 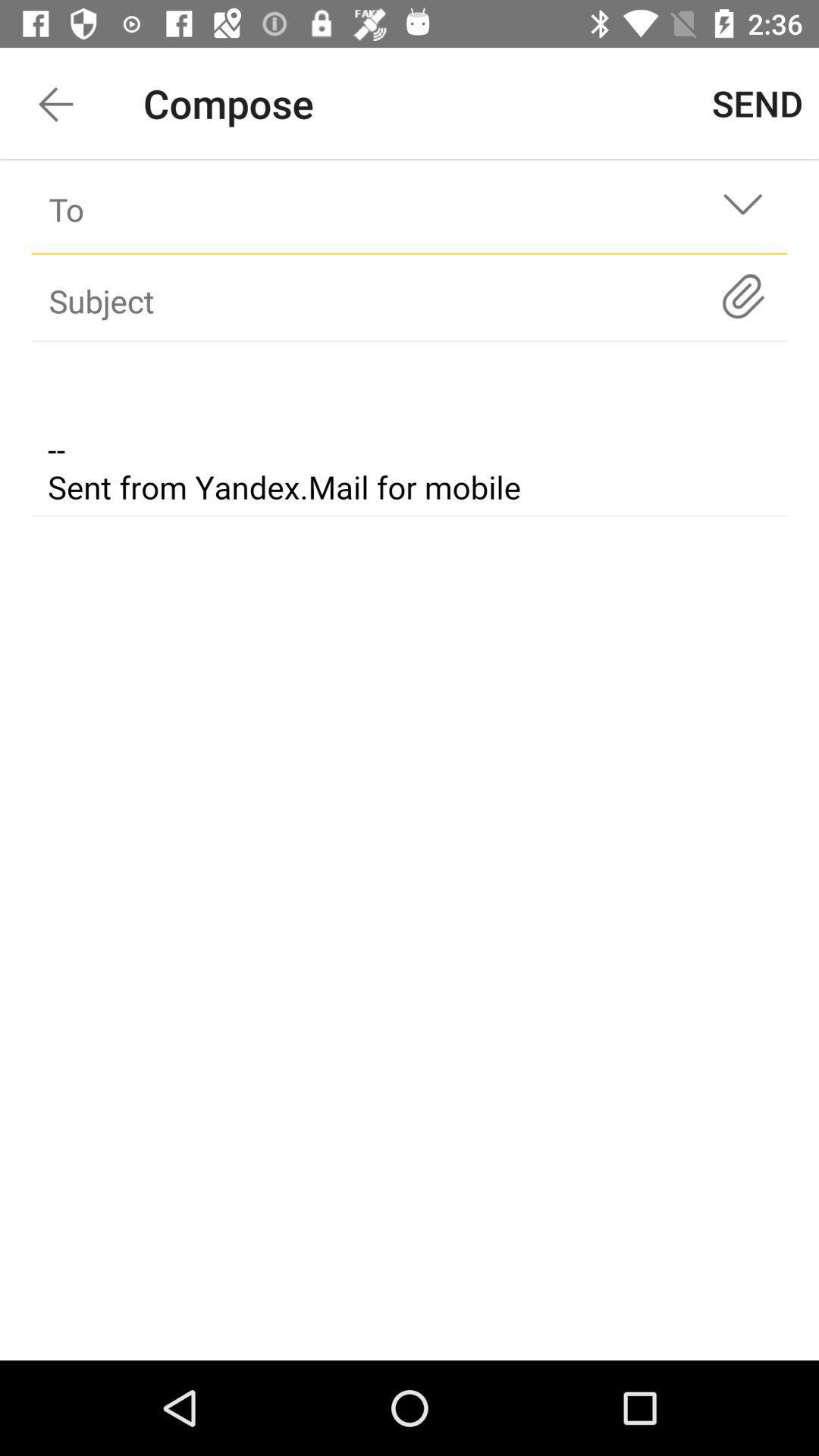 What do you see at coordinates (409, 431) in the screenshot?
I see `opens text box for email body` at bounding box center [409, 431].